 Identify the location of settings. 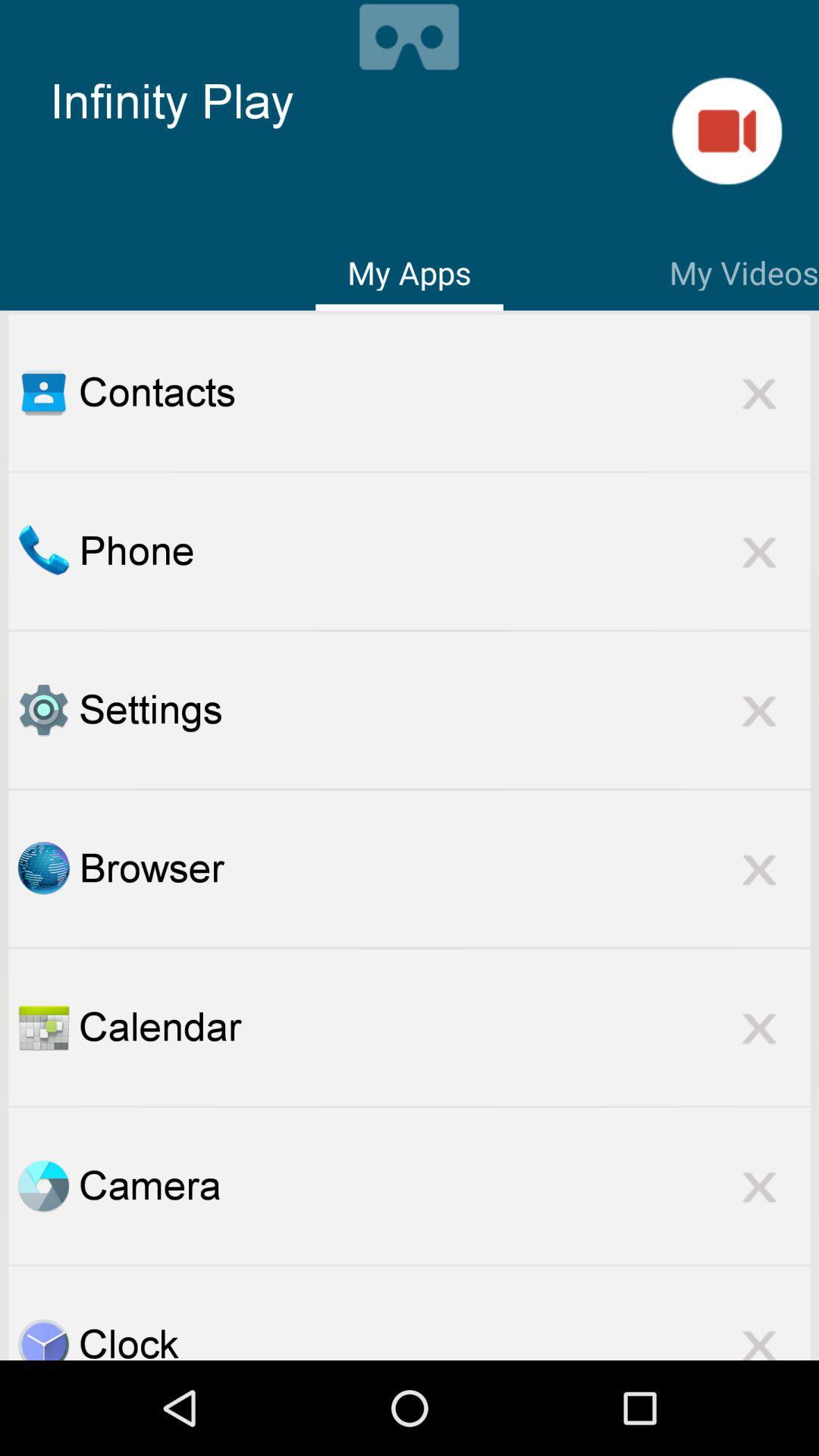
(42, 709).